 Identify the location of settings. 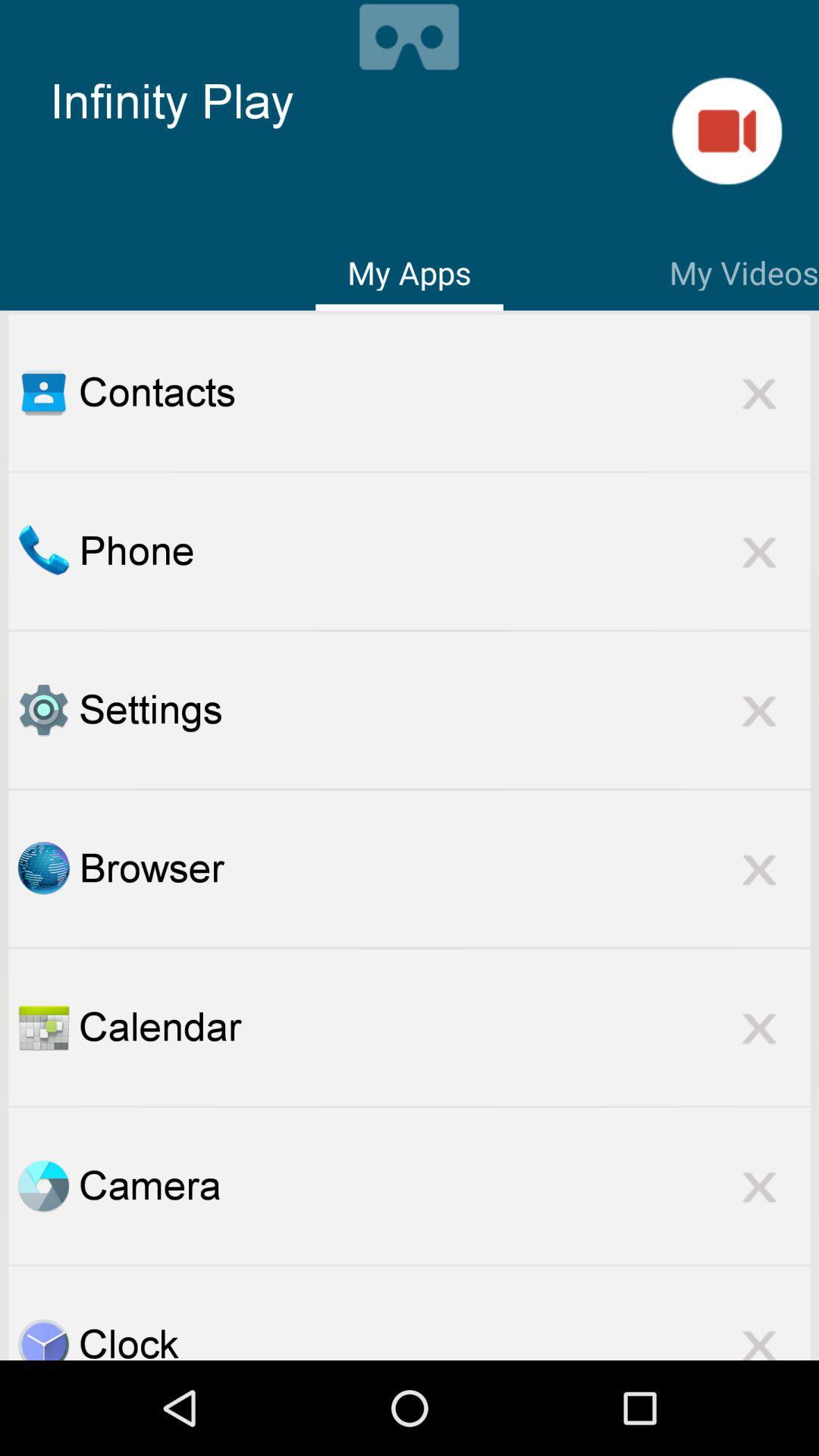
(42, 709).